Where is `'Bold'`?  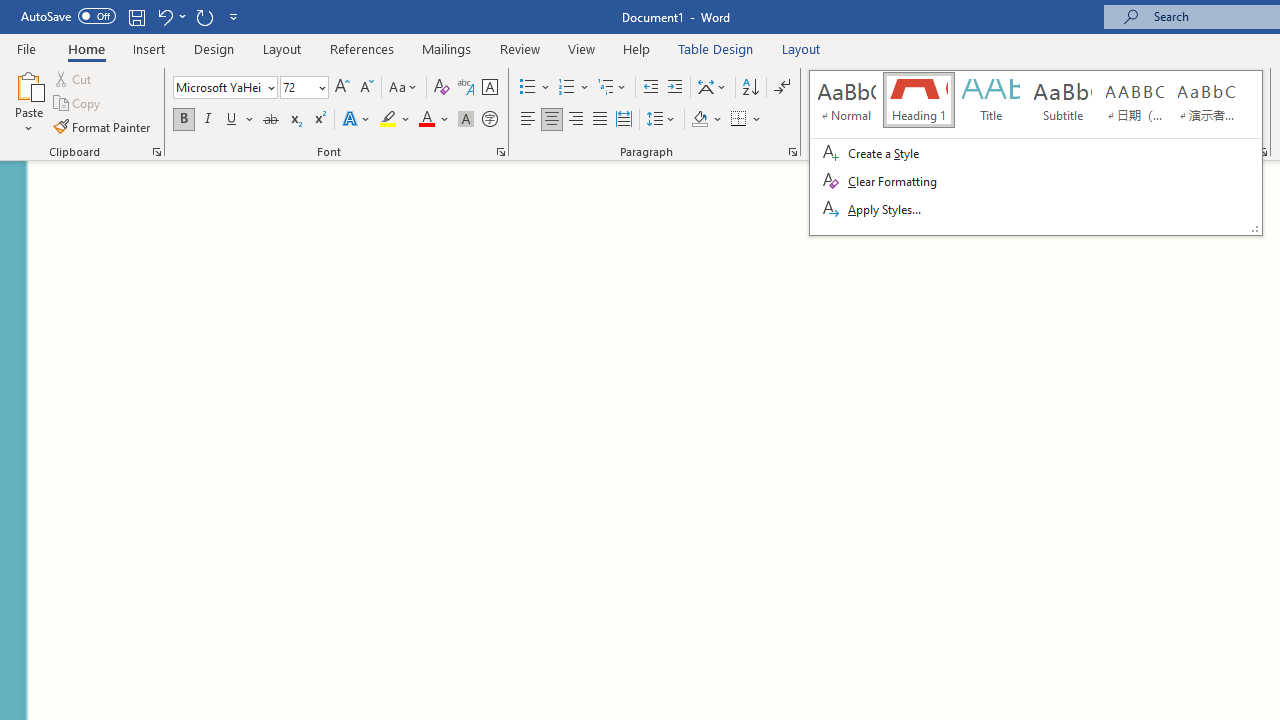
'Bold' is located at coordinates (183, 119).